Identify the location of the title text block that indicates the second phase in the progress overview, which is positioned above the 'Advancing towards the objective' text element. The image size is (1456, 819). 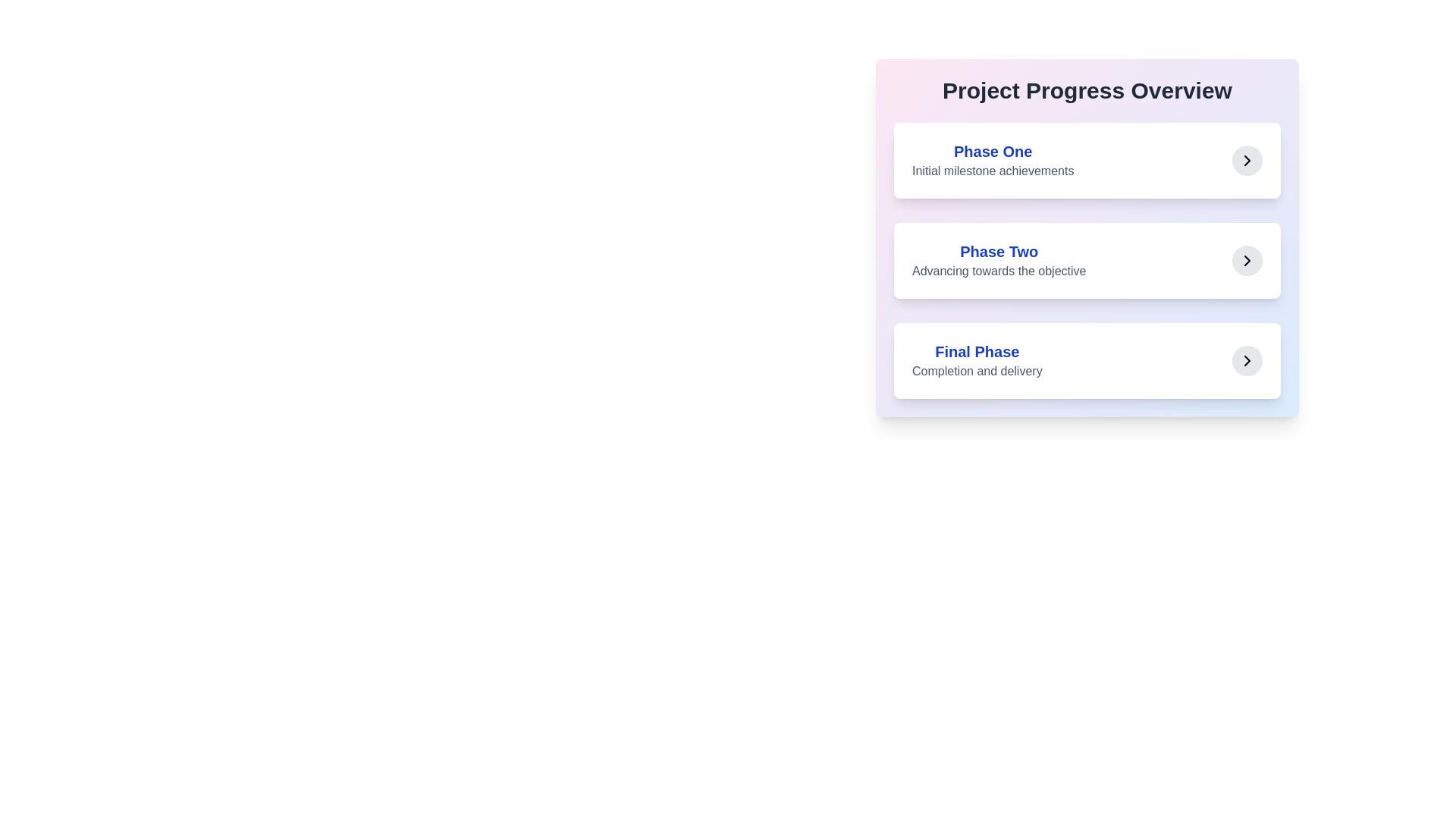
(999, 250).